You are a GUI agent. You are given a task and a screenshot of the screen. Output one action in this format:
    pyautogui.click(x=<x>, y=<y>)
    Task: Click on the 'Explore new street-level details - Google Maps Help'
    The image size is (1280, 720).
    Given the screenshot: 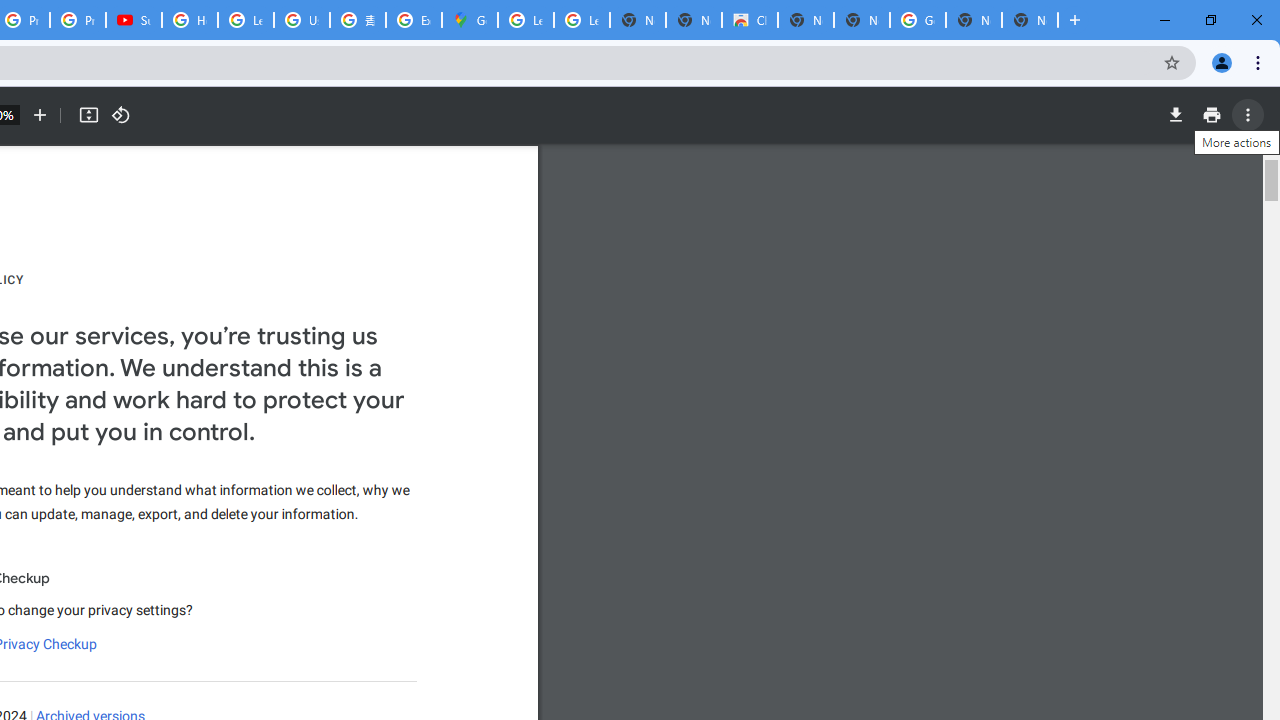 What is the action you would take?
    pyautogui.click(x=413, y=20)
    